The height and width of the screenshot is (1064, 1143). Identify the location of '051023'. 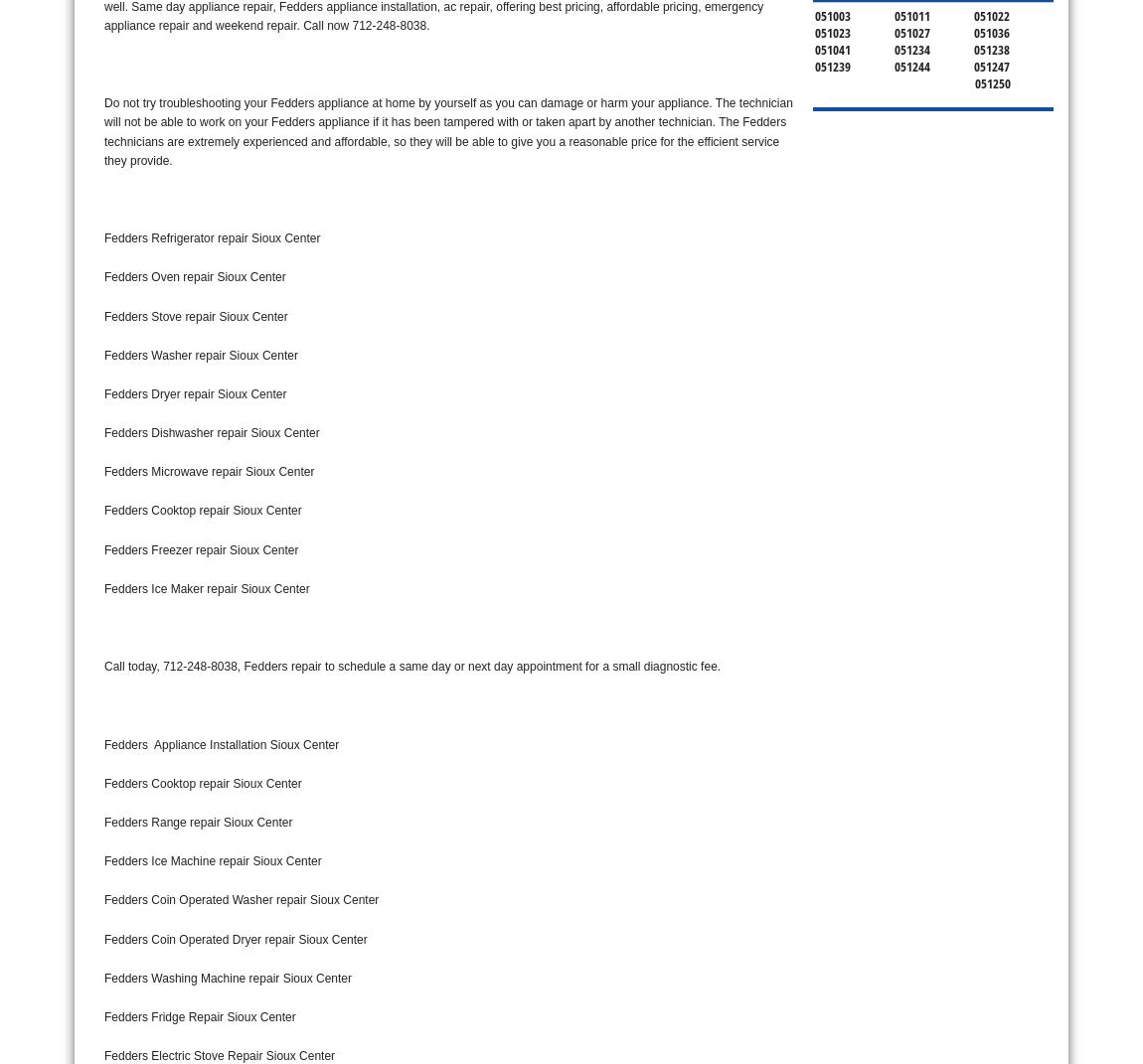
(830, 31).